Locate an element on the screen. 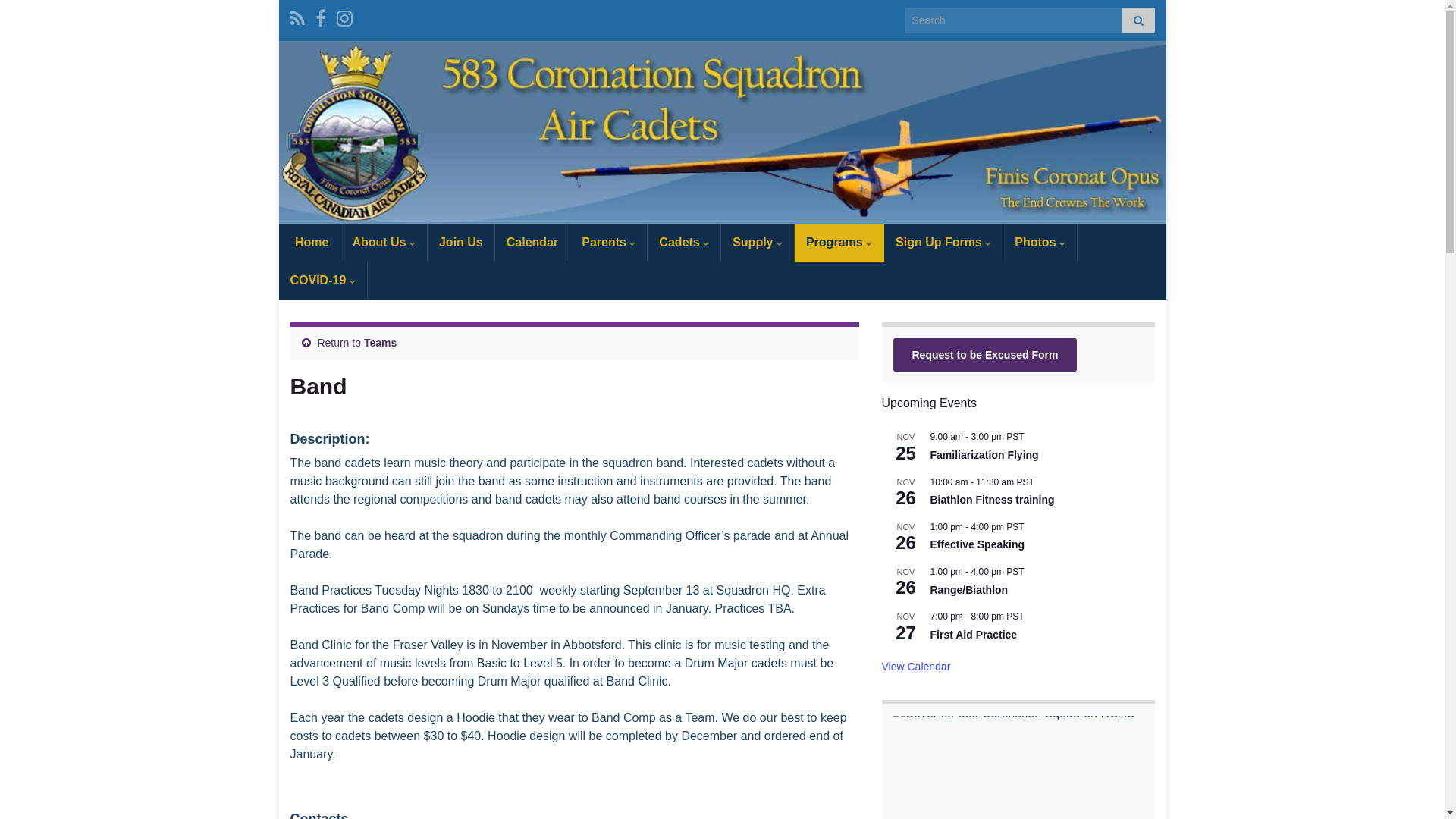 Image resolution: width=1456 pixels, height=819 pixels. 'Join Us' is located at coordinates (427, 242).